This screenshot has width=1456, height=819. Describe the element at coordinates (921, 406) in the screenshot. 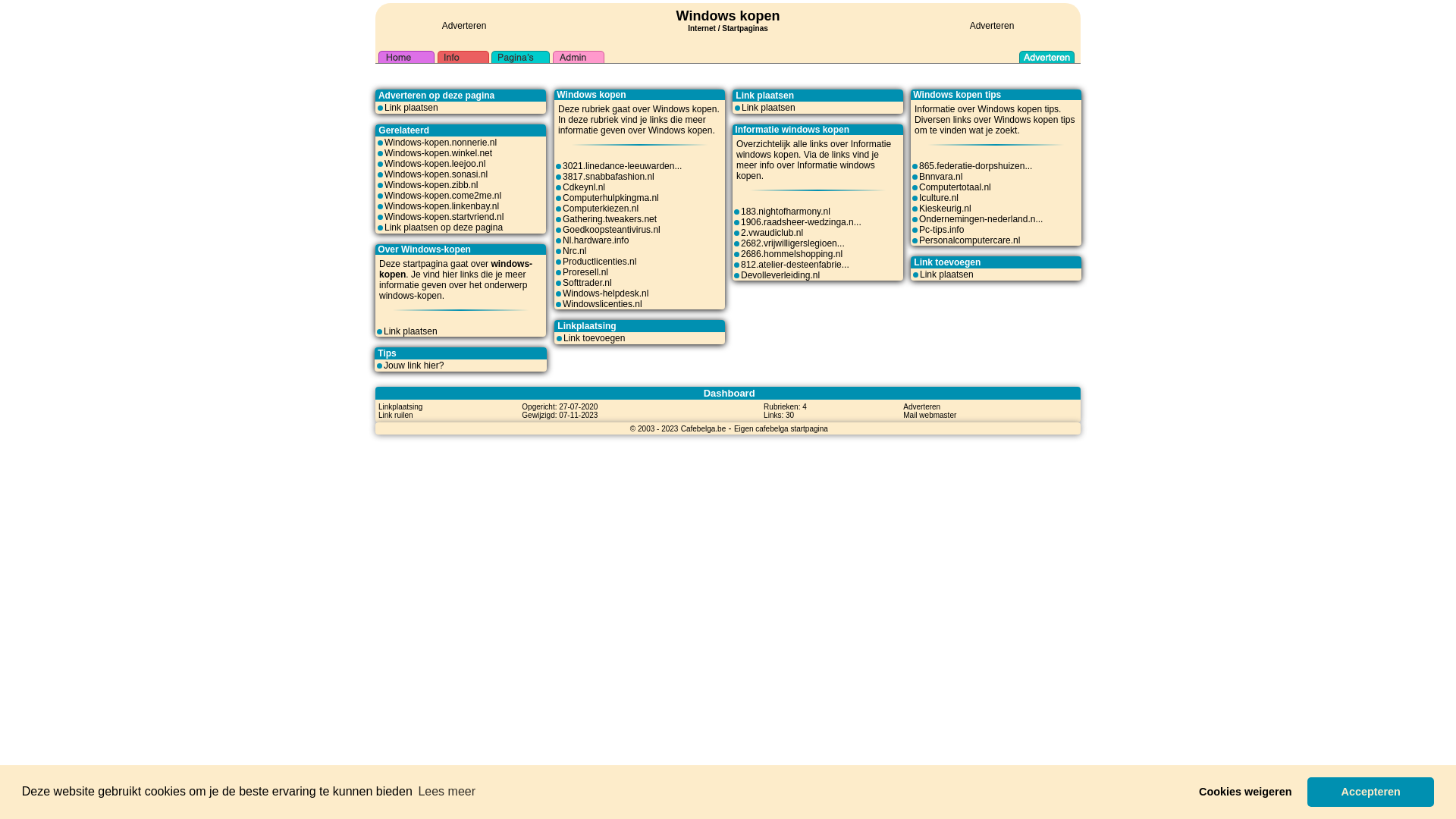

I see `'Adverteren'` at that location.